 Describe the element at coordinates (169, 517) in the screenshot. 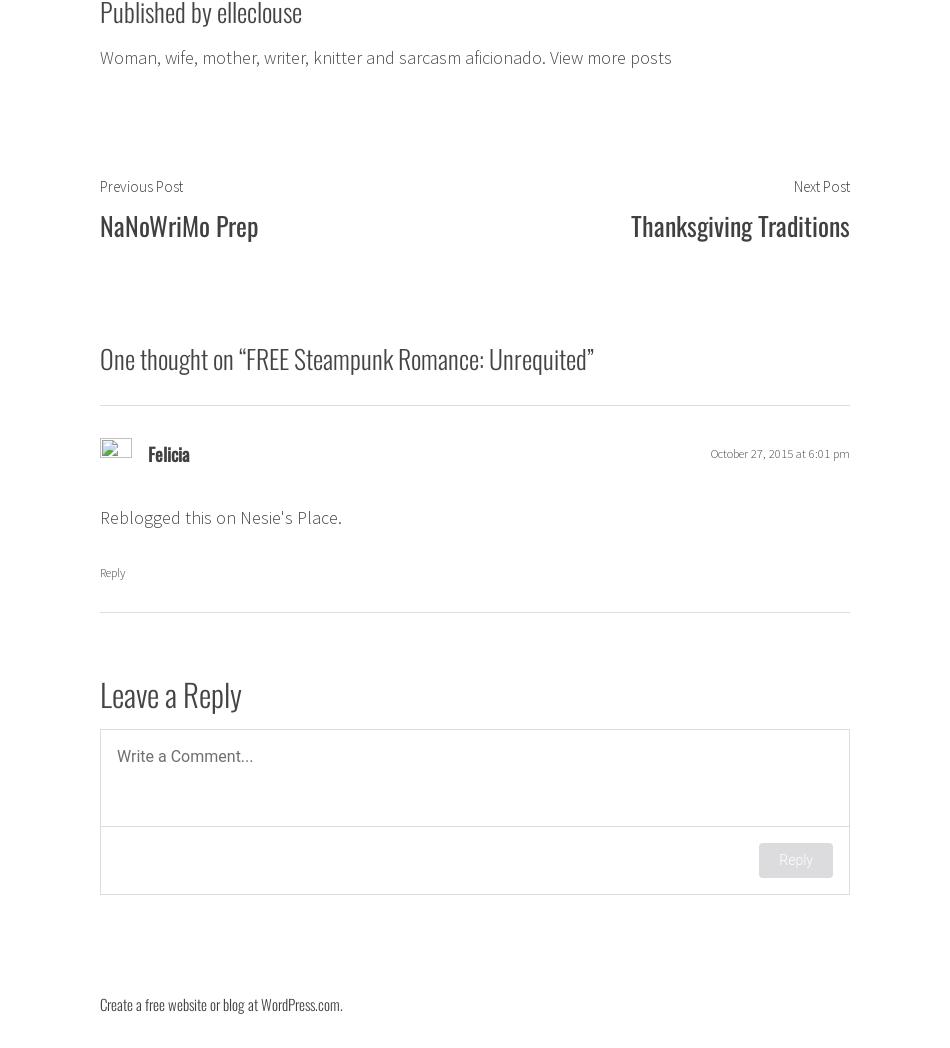

I see `'Reblogged this on'` at that location.